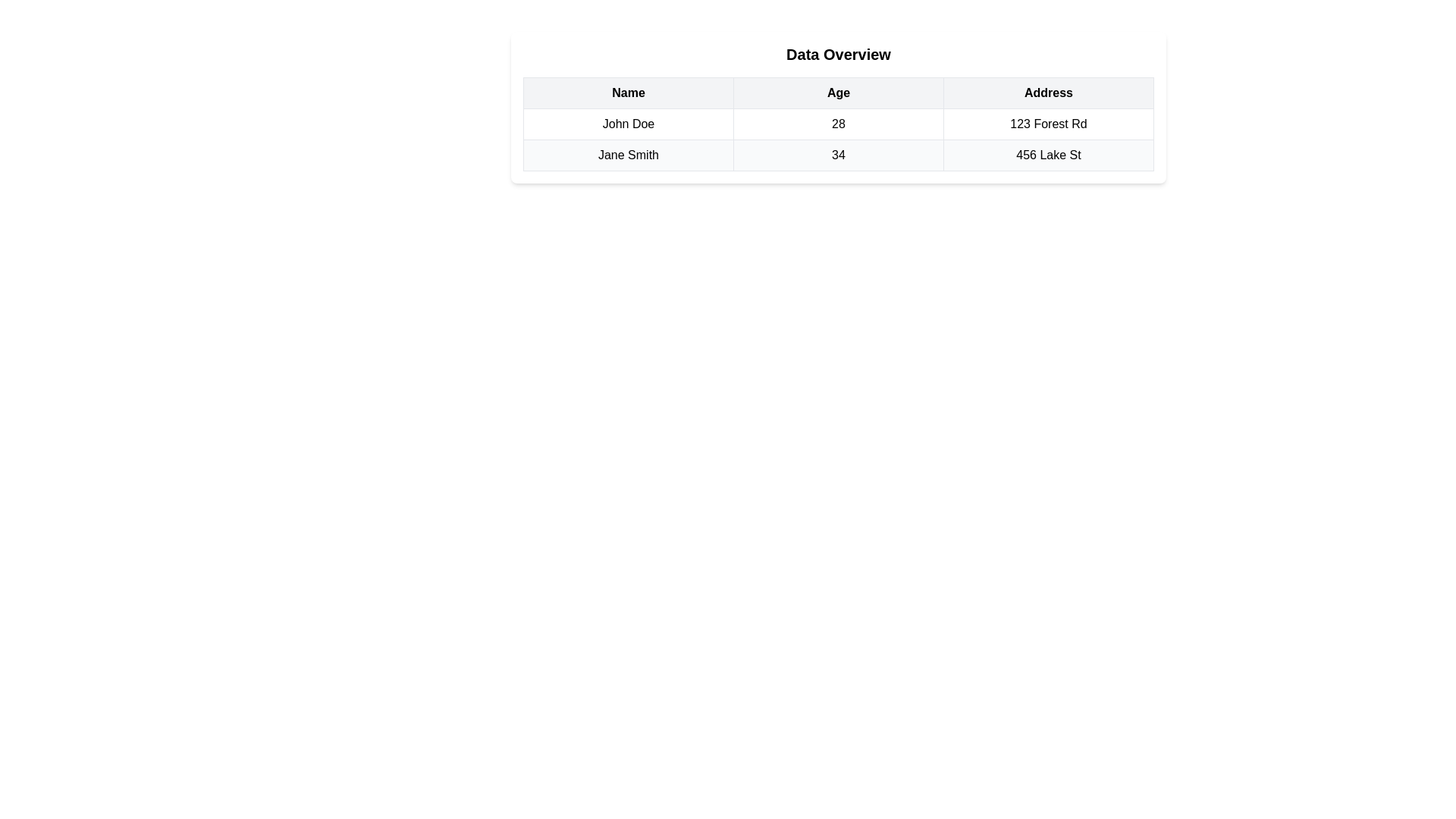  What do you see at coordinates (1047, 93) in the screenshot?
I see `the Table Header Cell labeled 'Address', which is the third cell in the header row of the table with a light gray background and bold black font` at bounding box center [1047, 93].